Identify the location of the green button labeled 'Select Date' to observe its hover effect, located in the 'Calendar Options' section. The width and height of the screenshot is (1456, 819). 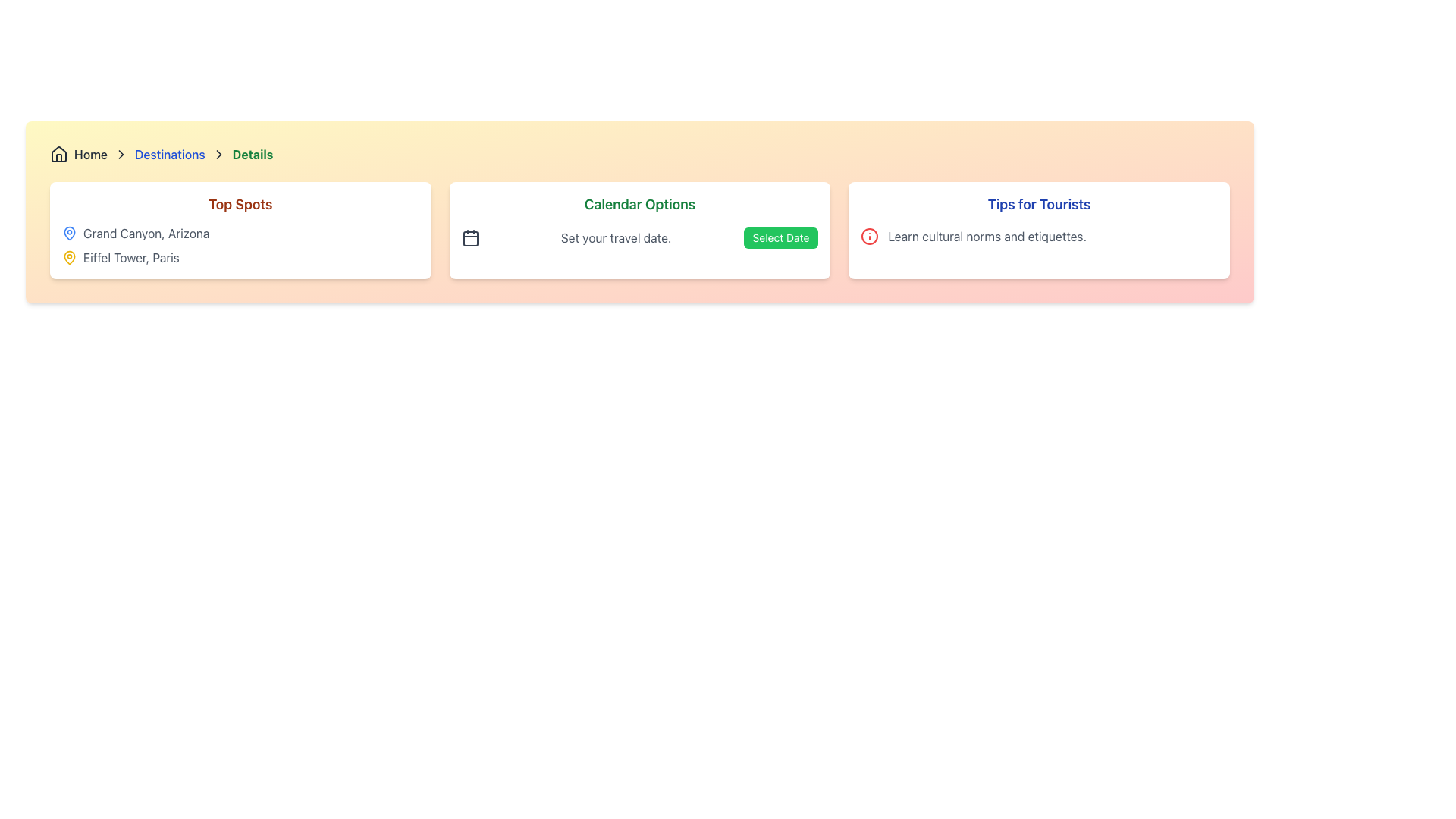
(780, 237).